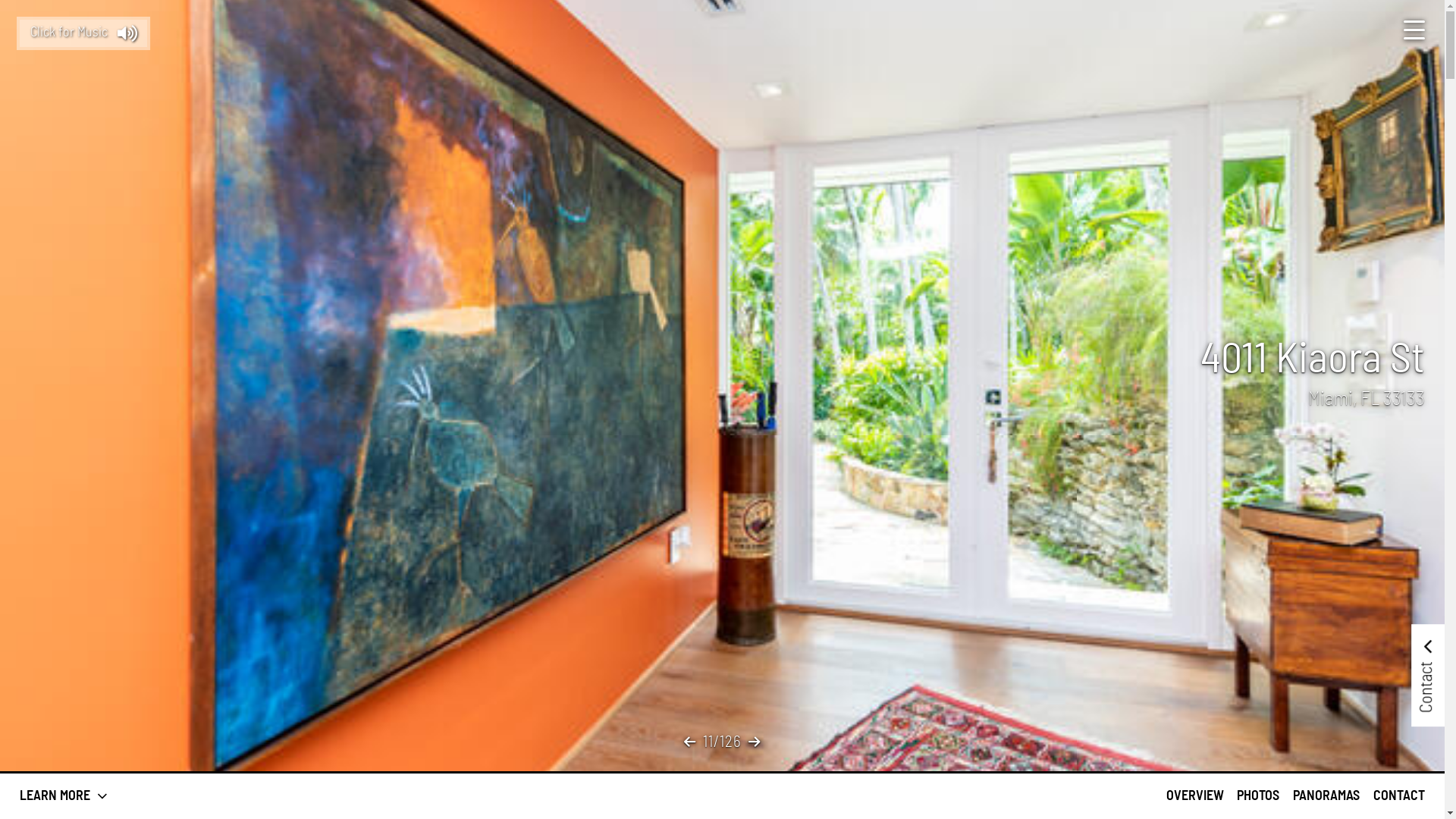  Describe the element at coordinates (1258, 795) in the screenshot. I see `'PHOTOS'` at that location.